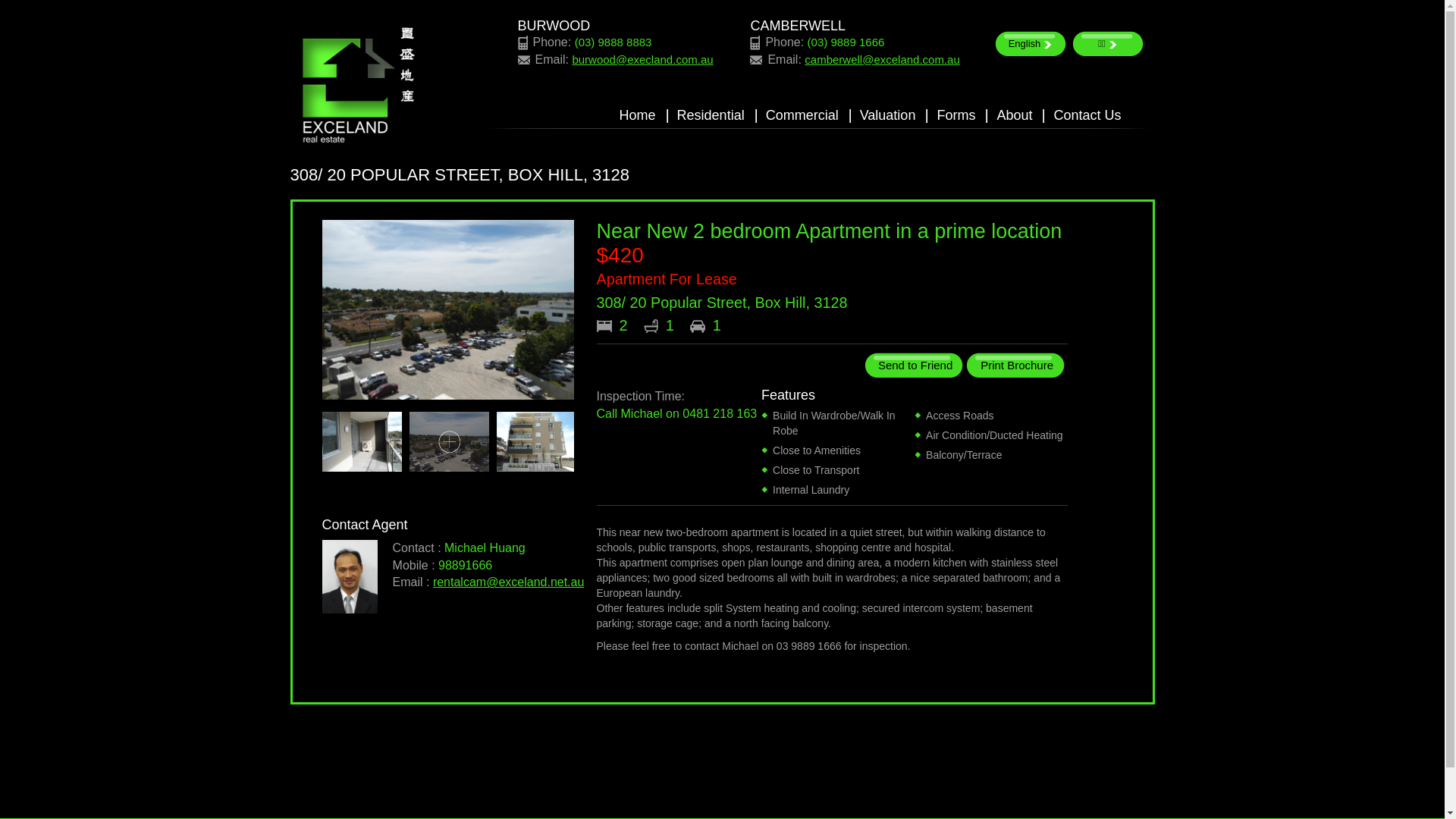 The width and height of the screenshot is (1456, 819). I want to click on 'Commercial', so click(801, 115).